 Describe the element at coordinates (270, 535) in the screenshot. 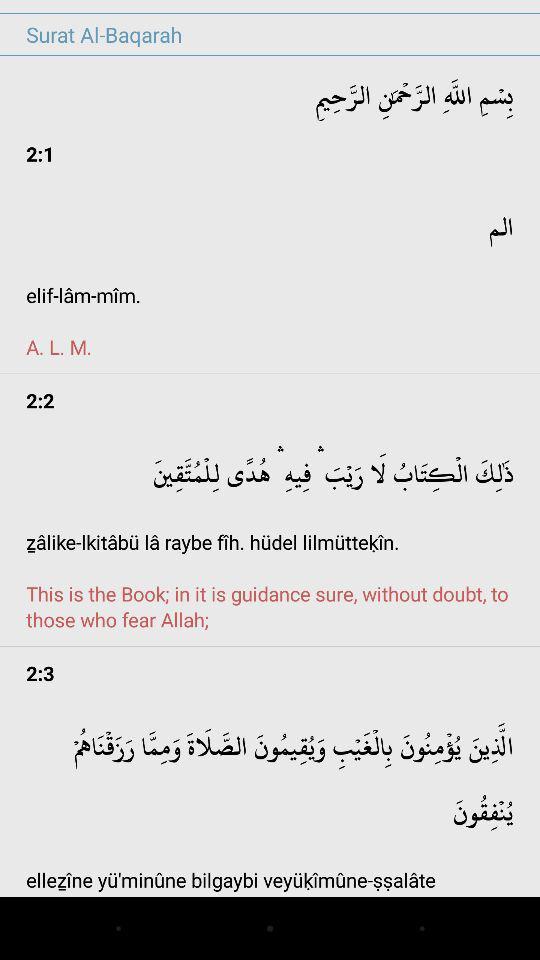

I see `the item below 2:2 item` at that location.